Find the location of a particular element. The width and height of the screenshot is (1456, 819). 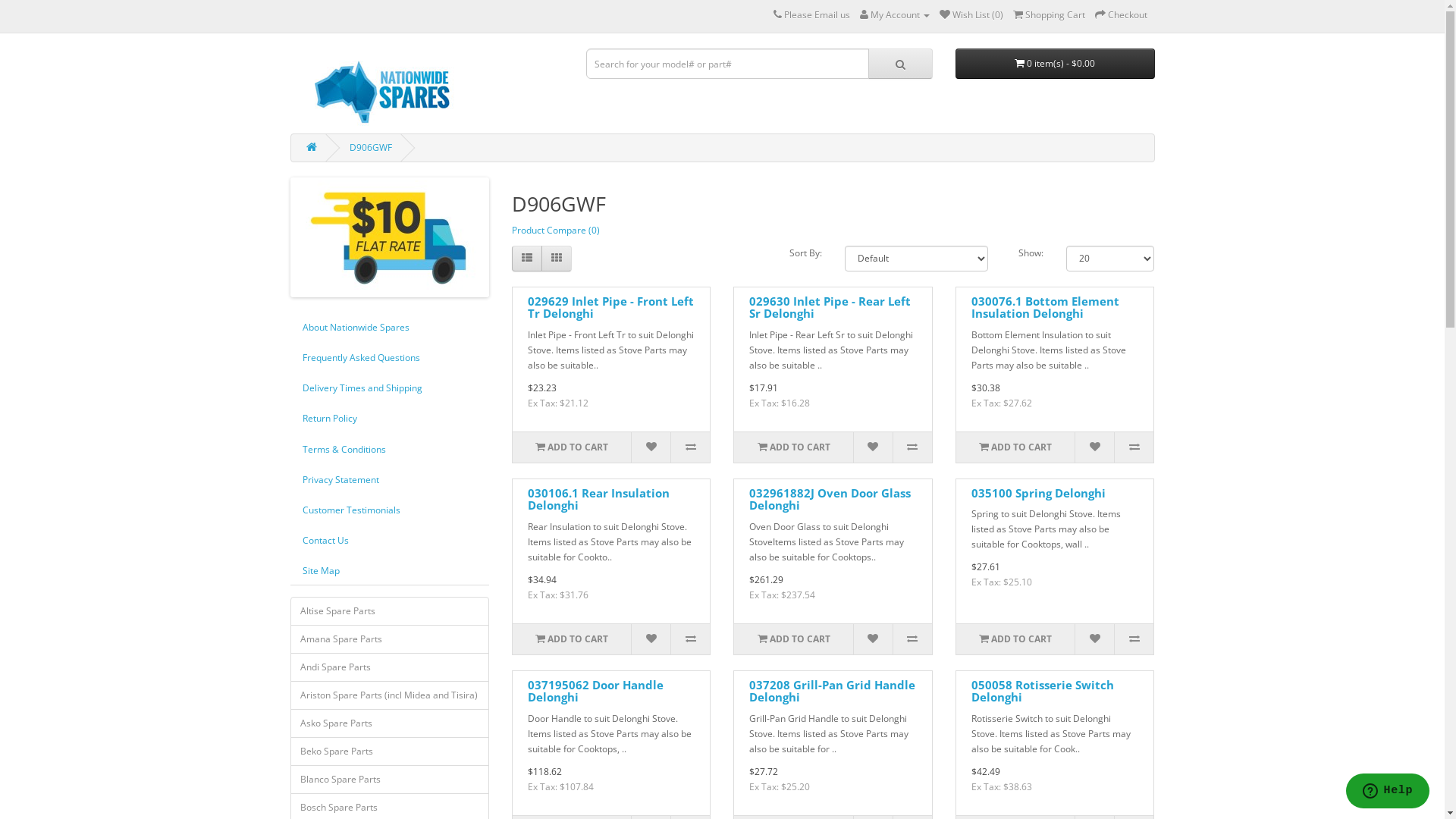

'Terms & Conditions' is located at coordinates (388, 448).